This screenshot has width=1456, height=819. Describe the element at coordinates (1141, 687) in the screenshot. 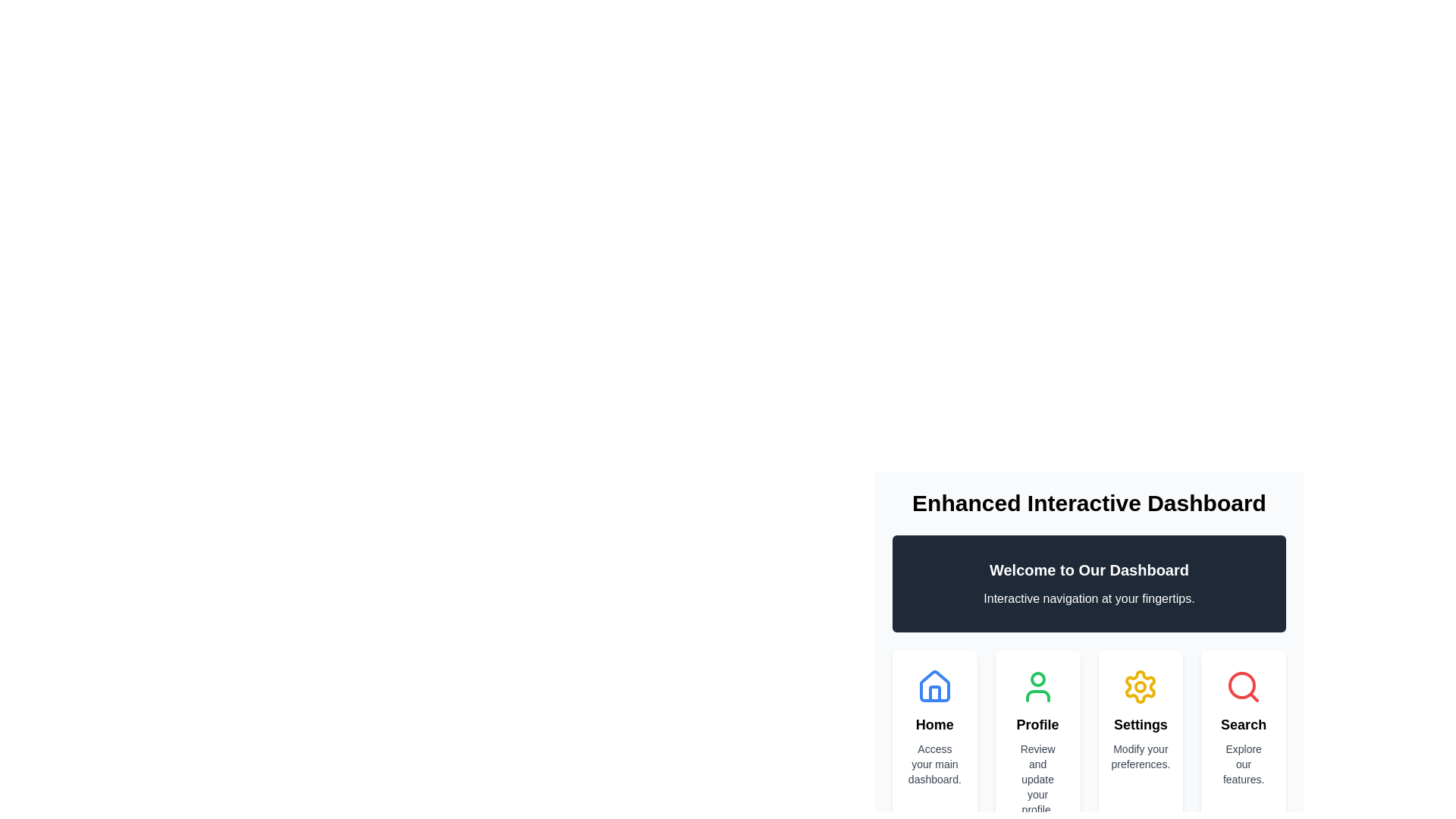

I see `the gear-shaped icon outlined in vibrant yellow, situated above the label 'Settings'` at that location.